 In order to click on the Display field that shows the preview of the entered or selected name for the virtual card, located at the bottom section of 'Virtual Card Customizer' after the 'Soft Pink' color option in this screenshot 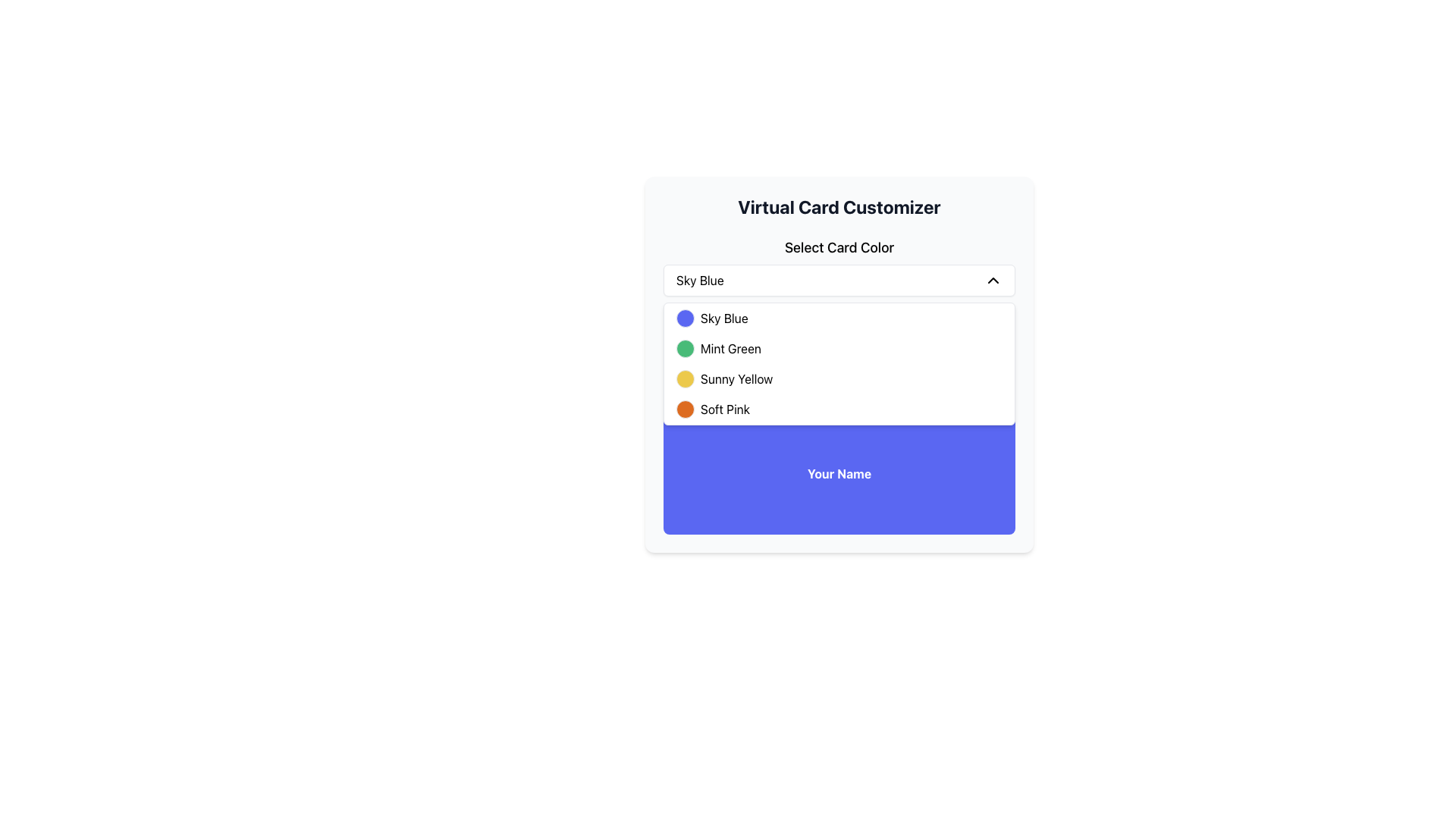, I will do `click(839, 459)`.